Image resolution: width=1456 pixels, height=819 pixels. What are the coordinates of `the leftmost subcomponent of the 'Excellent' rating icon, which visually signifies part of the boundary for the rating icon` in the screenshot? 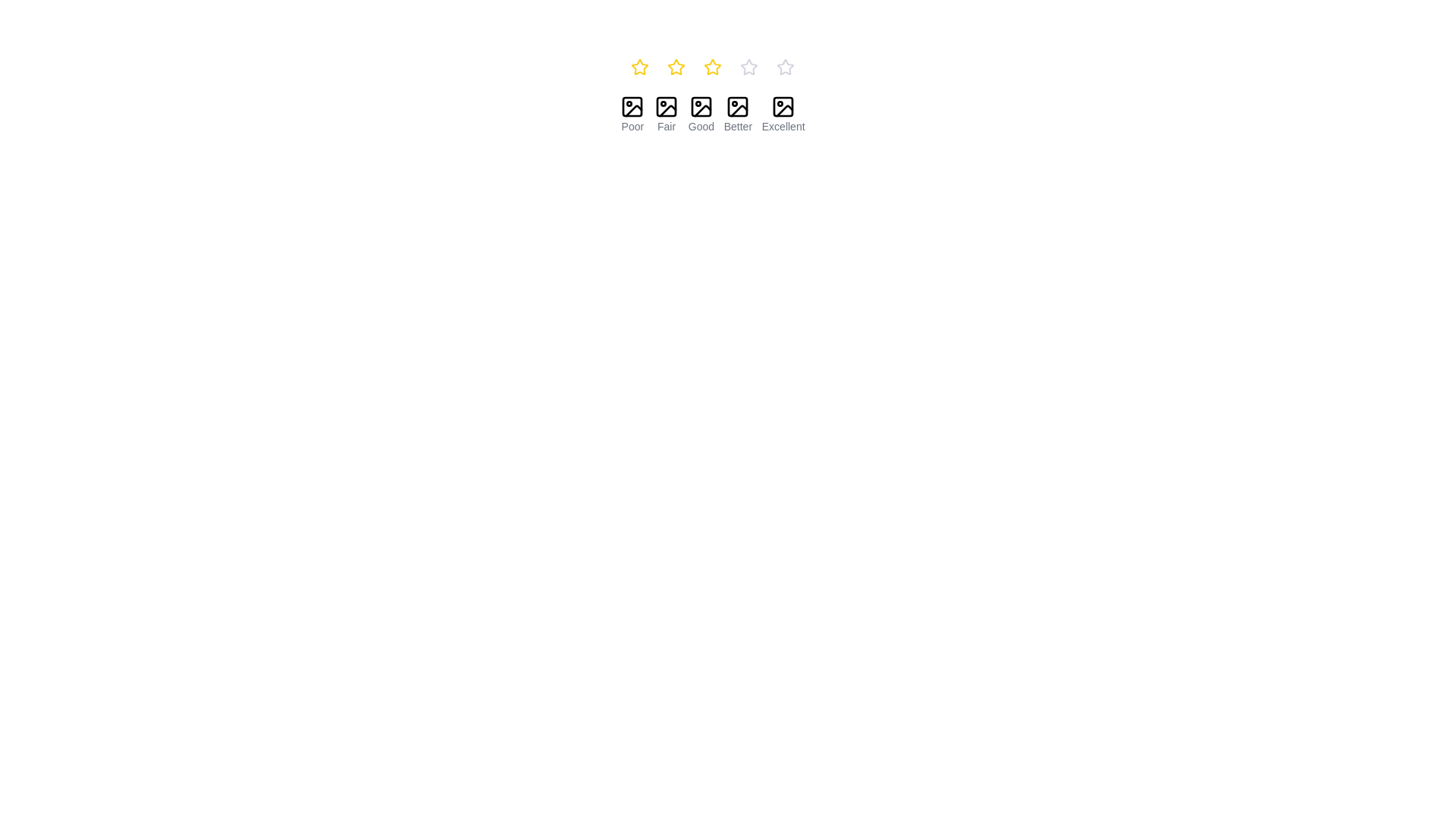 It's located at (783, 106).